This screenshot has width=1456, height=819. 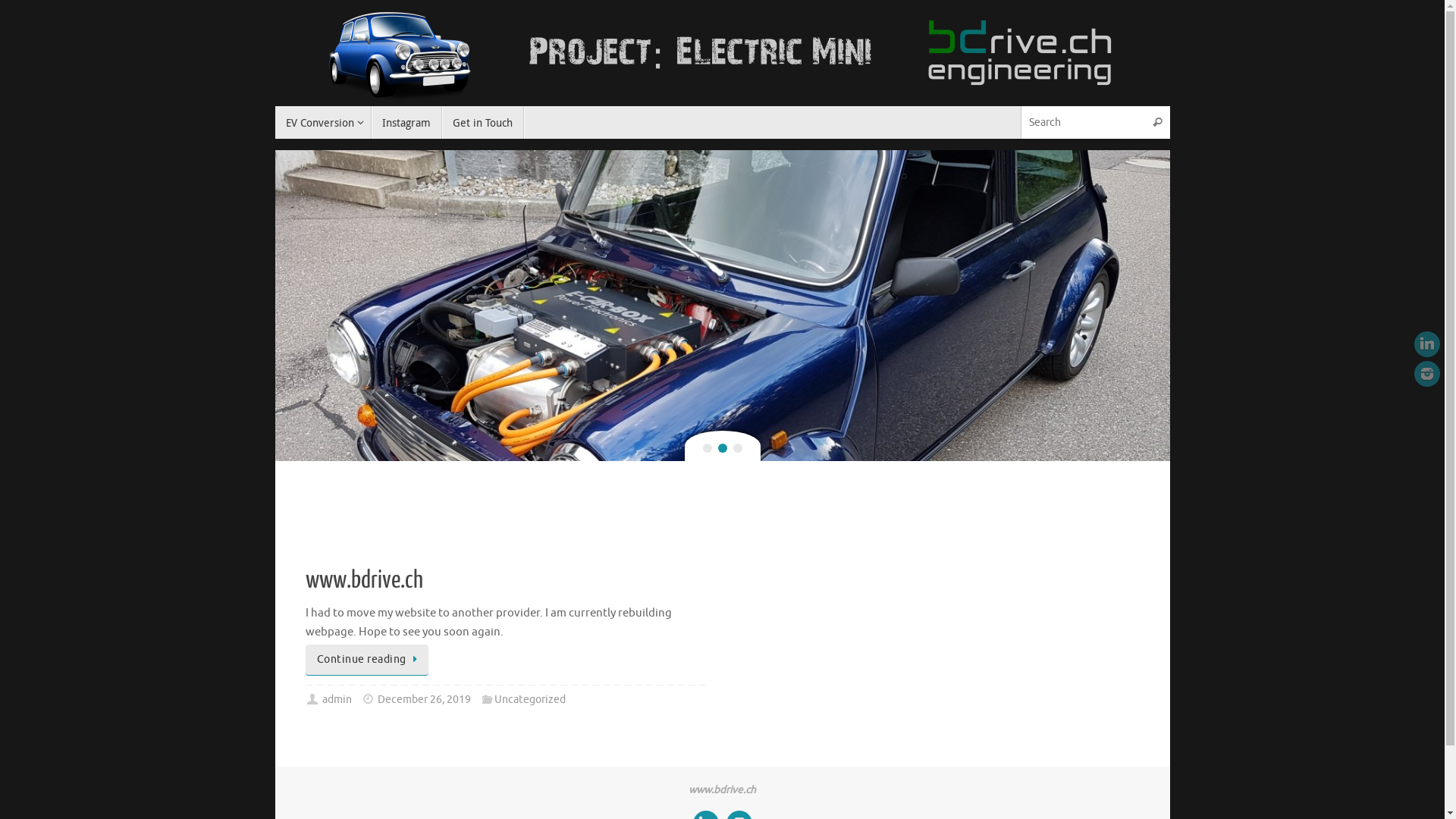 I want to click on 'Uncategorized', so click(x=530, y=699).